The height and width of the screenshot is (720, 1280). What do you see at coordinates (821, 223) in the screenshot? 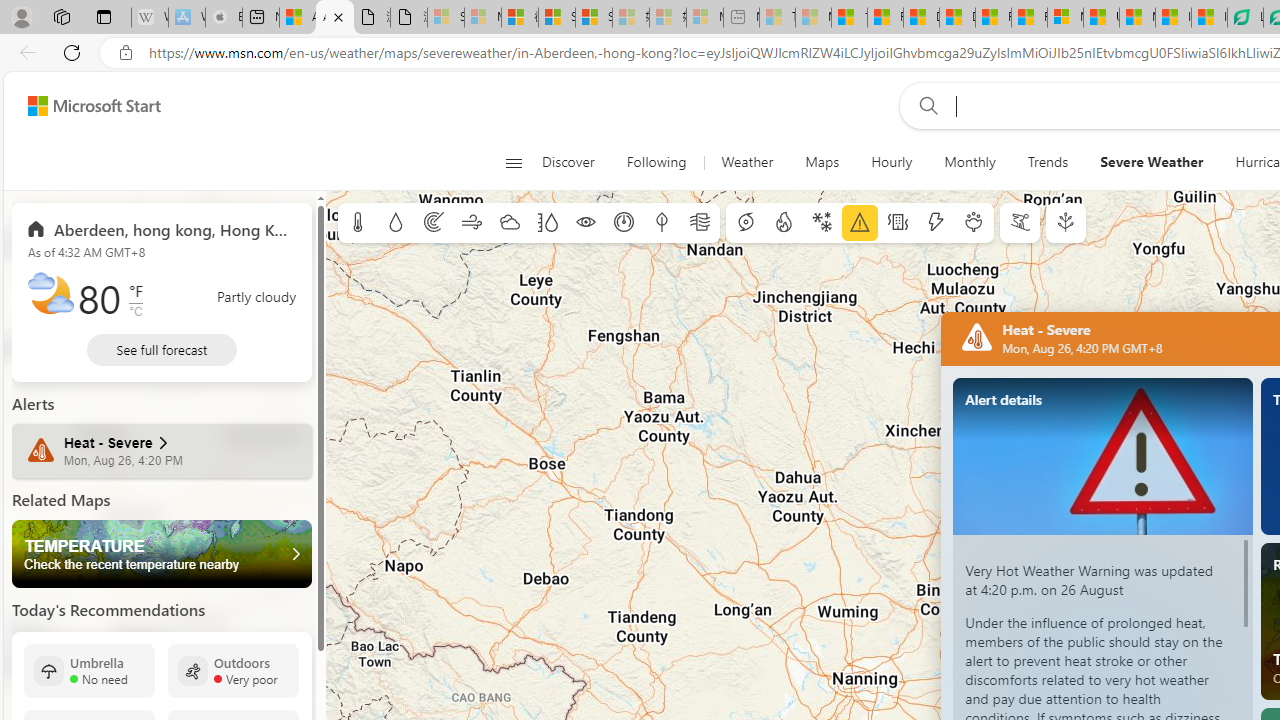
I see `'Winter weather'` at bounding box center [821, 223].